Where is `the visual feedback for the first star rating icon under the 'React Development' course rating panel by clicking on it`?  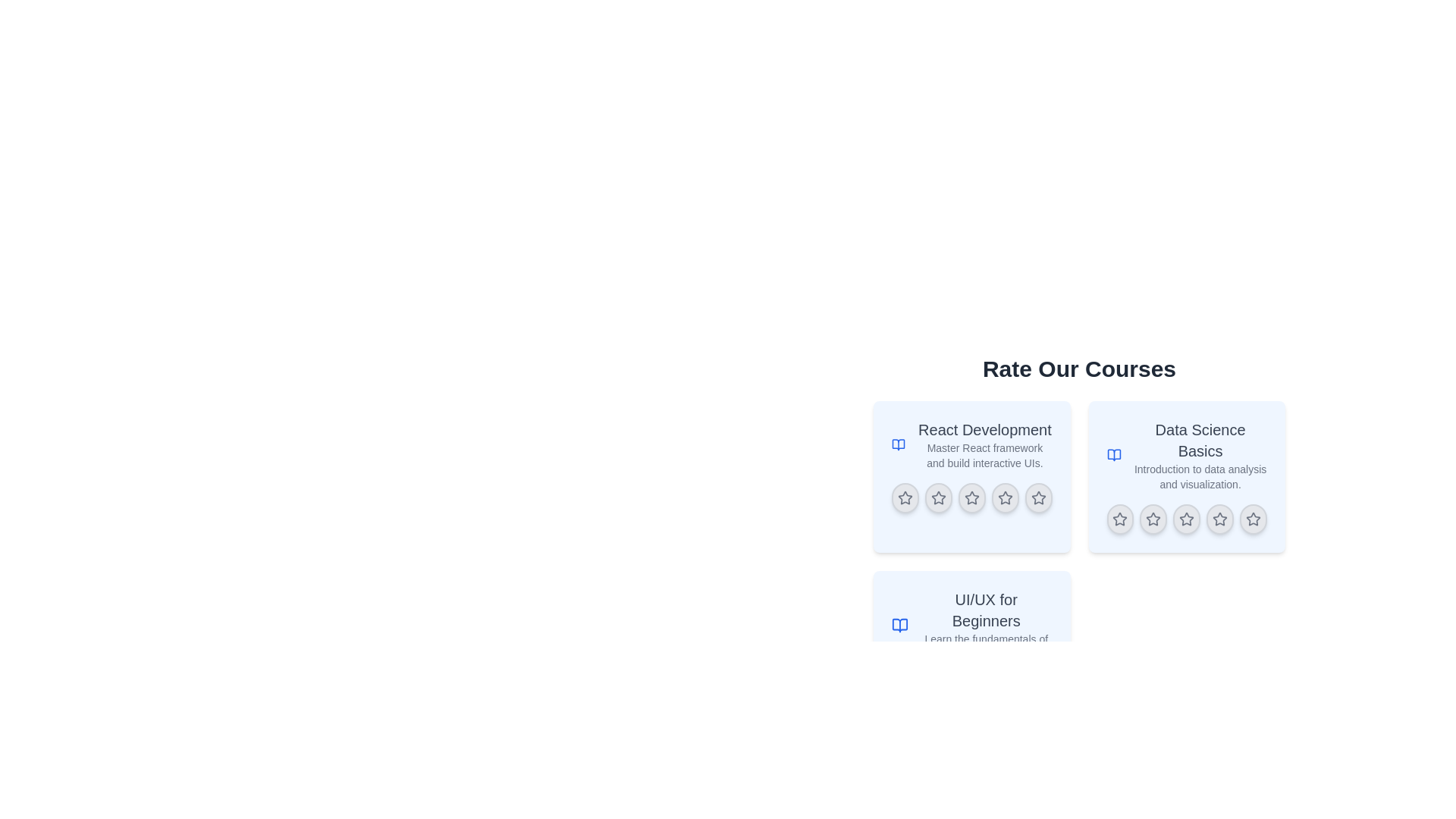 the visual feedback for the first star rating icon under the 'React Development' course rating panel by clicking on it is located at coordinates (905, 497).